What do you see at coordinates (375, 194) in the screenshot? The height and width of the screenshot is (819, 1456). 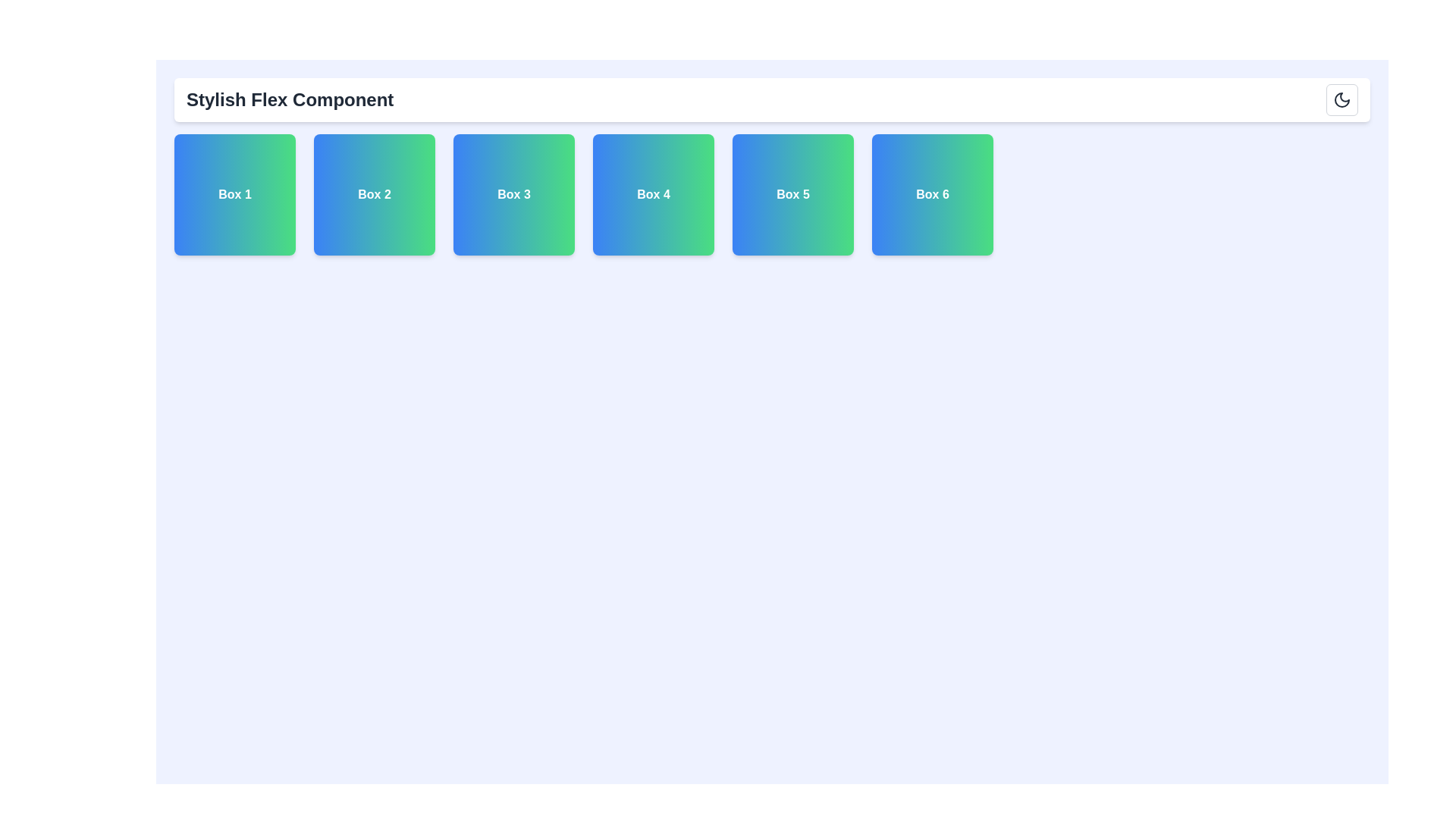 I see `the second interactive visual box in a horizontal sequence of six boxes` at bounding box center [375, 194].